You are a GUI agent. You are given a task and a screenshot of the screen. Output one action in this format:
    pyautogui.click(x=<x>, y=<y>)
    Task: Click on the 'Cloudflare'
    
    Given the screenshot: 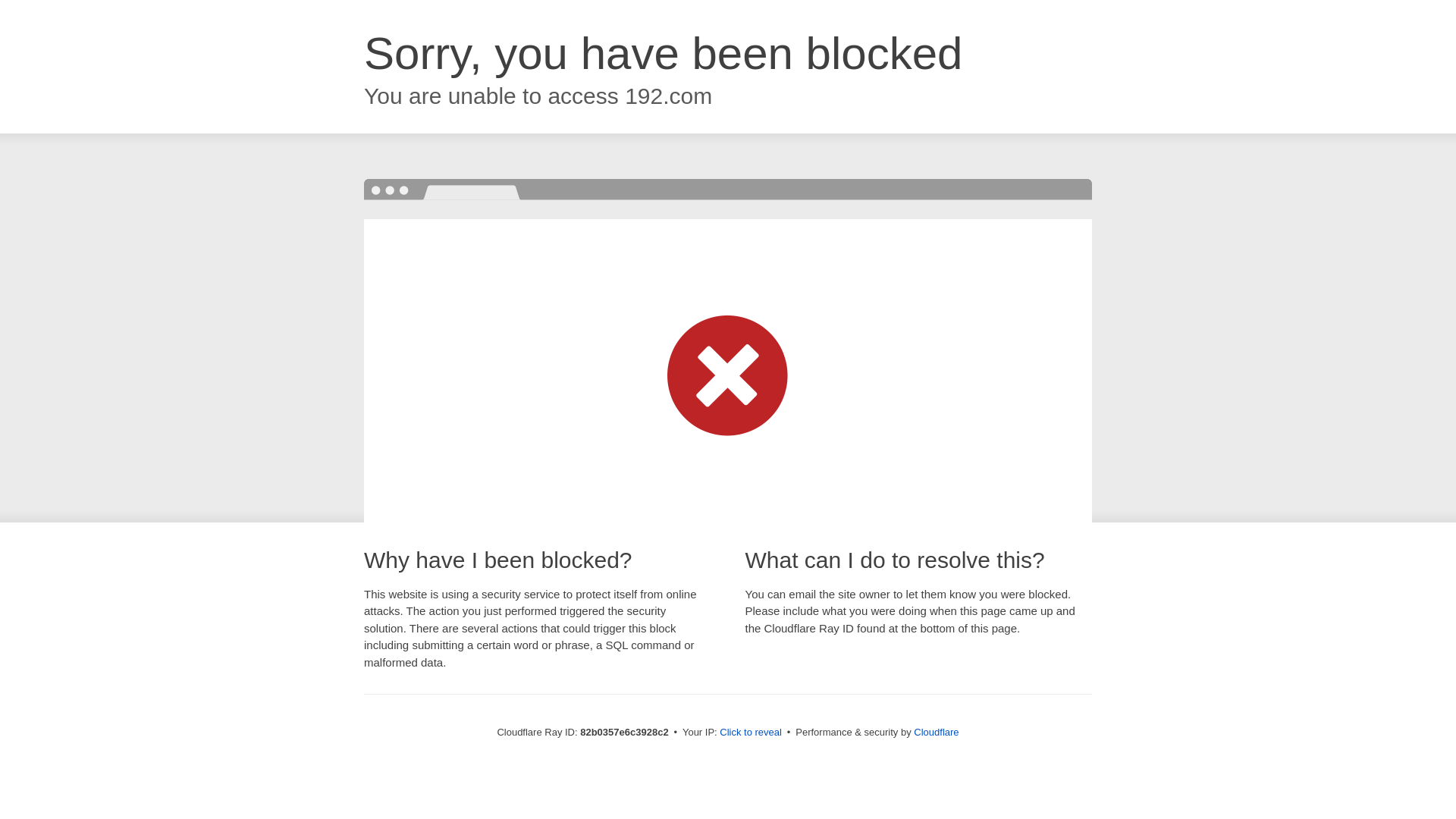 What is the action you would take?
    pyautogui.click(x=935, y=731)
    